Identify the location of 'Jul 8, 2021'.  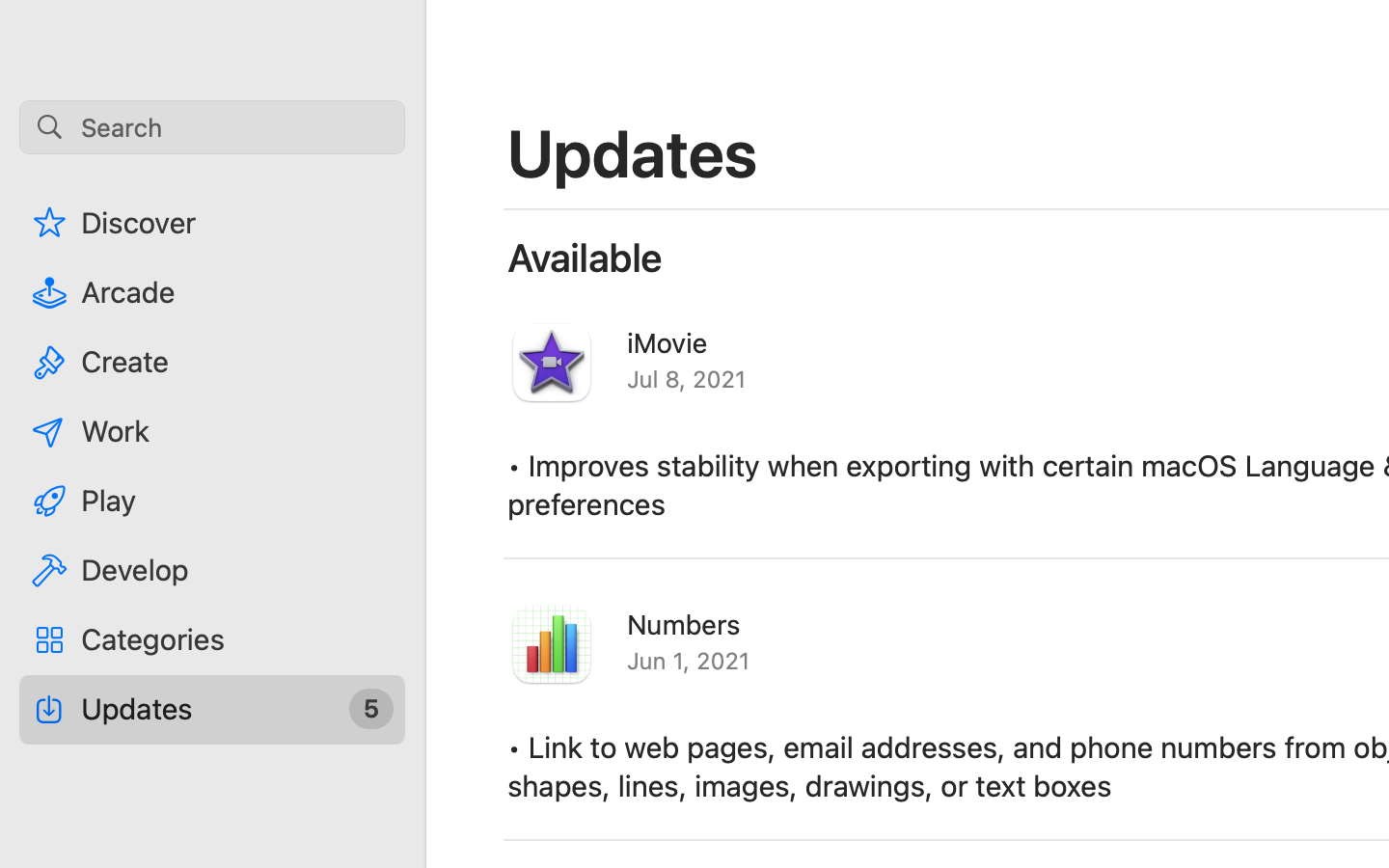
(686, 379).